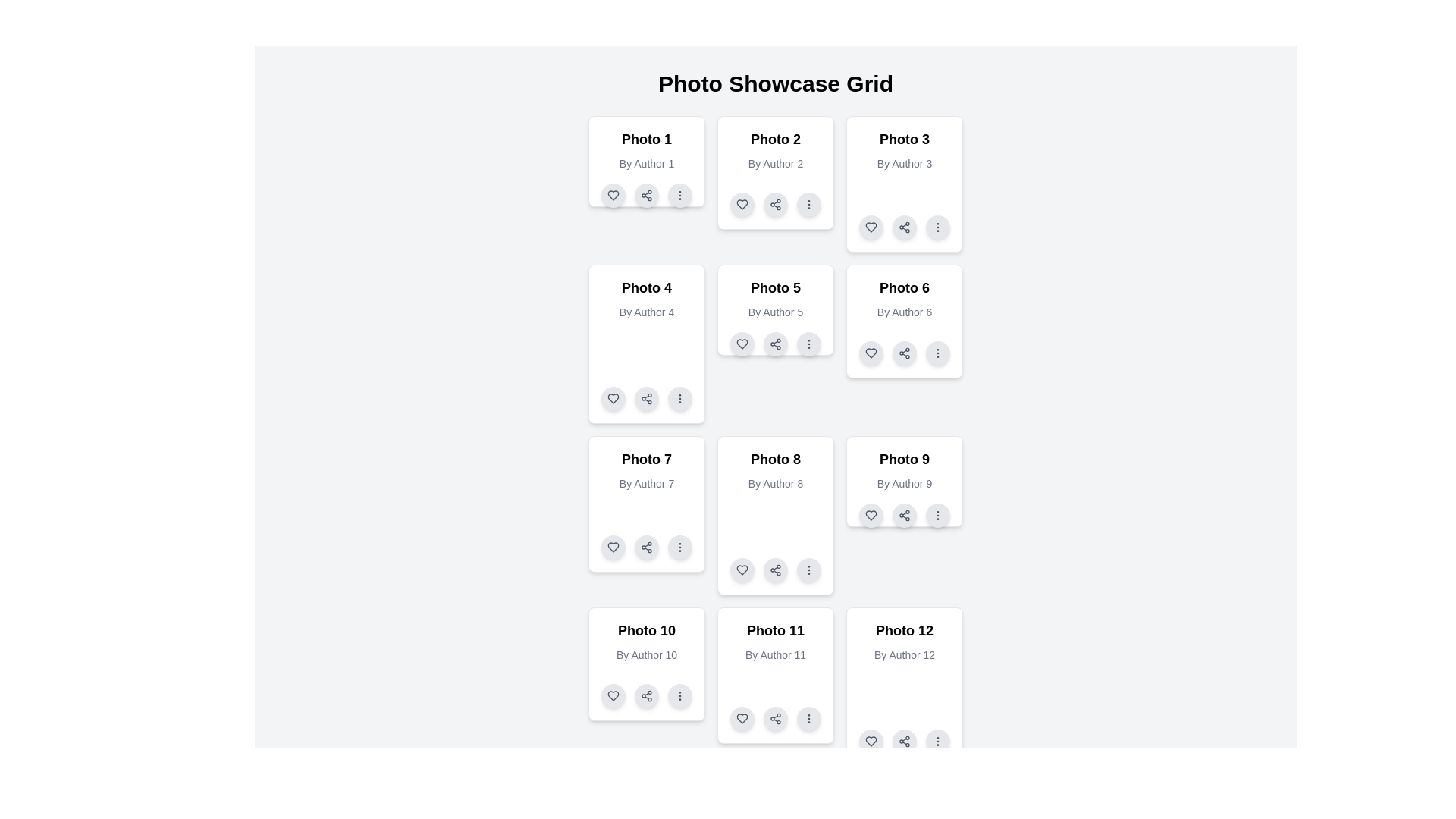 Image resolution: width=1456 pixels, height=819 pixels. Describe the element at coordinates (679, 397) in the screenshot. I see `the vertical ellipsis icon button, which is the last icon in the row of interaction buttons below the 'Photo 4 by Author 4' card in the 'Photo Showcase Grid'` at that location.